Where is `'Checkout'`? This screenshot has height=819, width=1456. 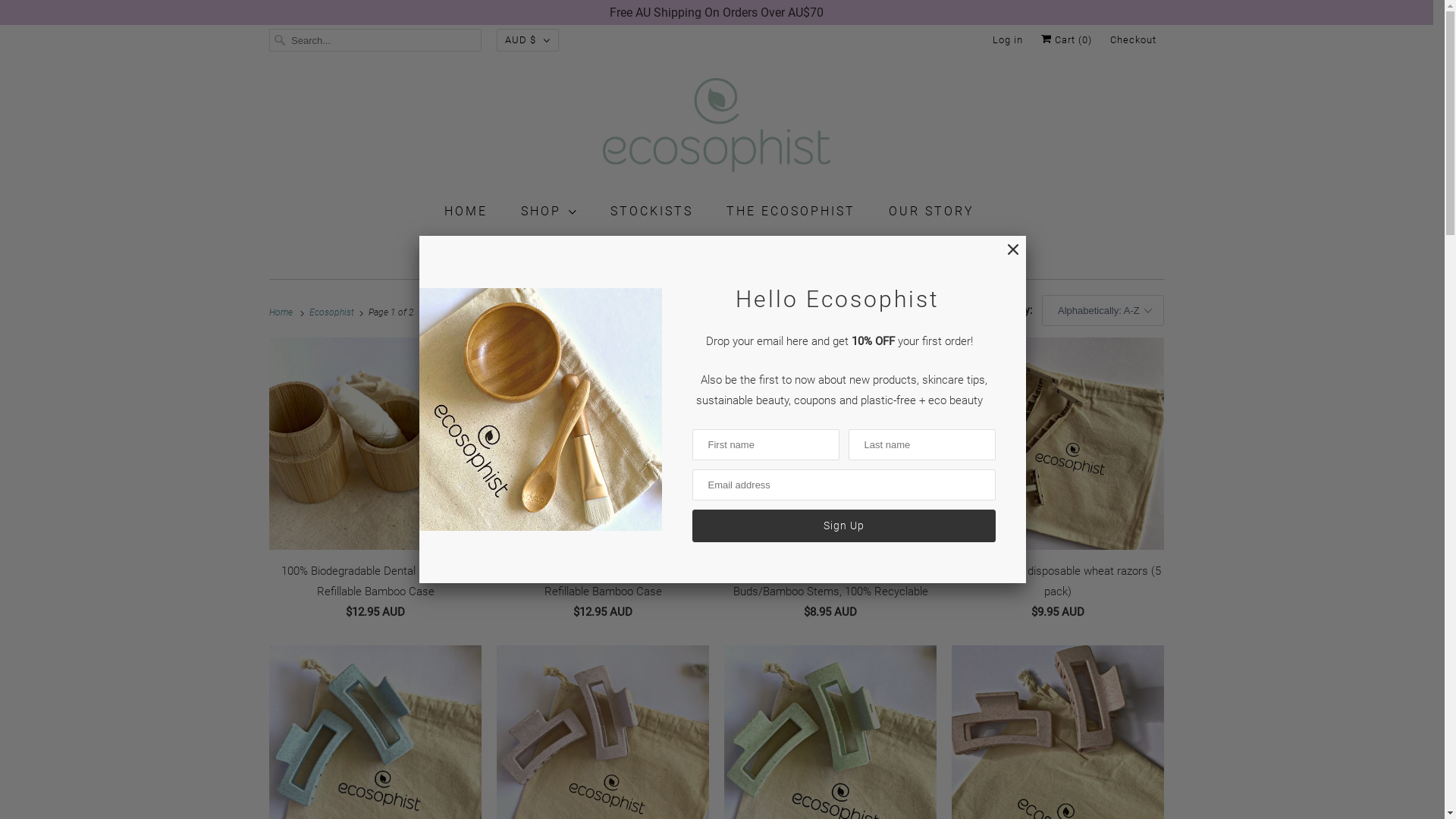 'Checkout' is located at coordinates (1133, 39).